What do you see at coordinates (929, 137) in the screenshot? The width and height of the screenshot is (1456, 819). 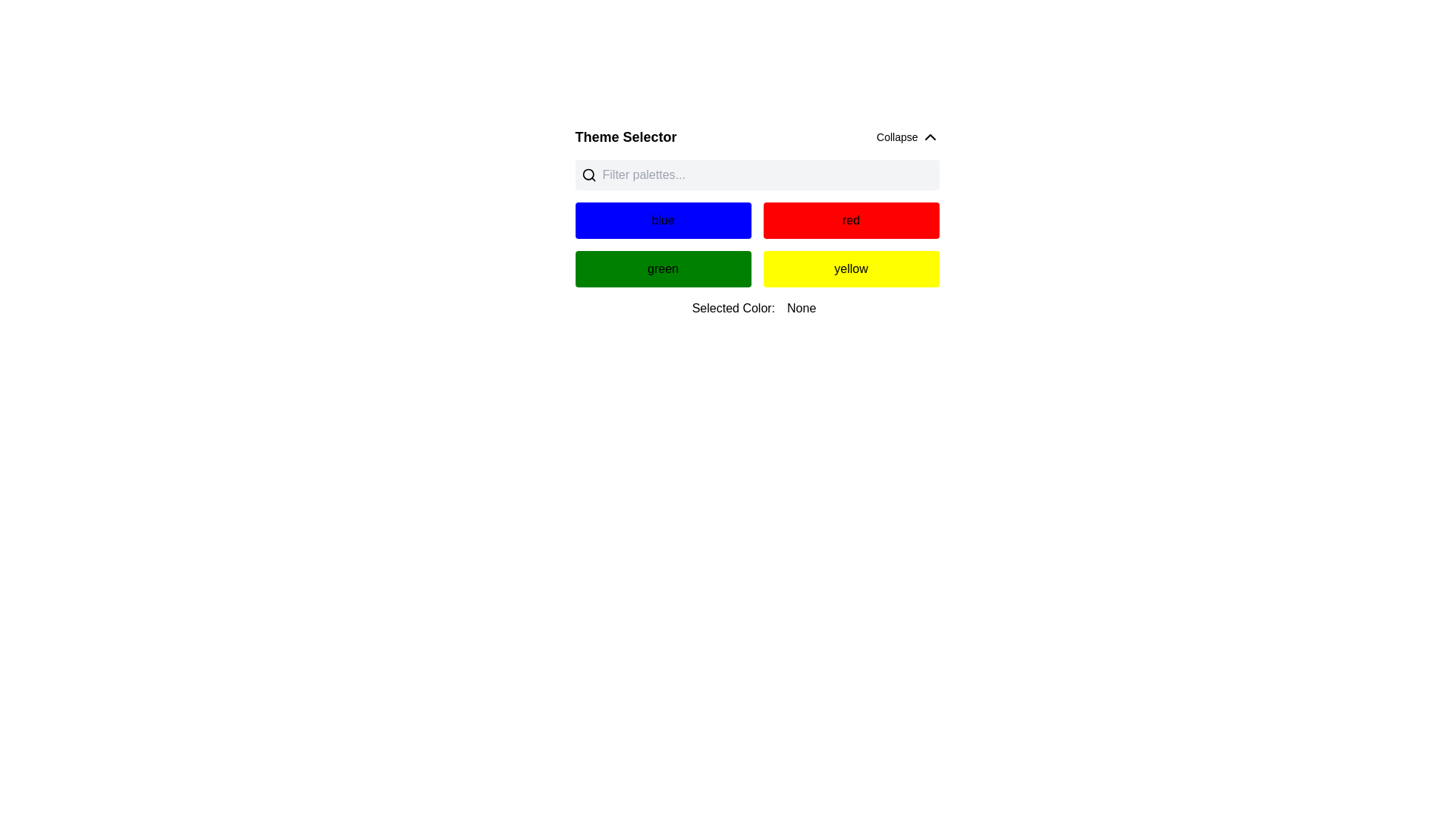 I see `the small chevron-shaped icon pointing upwards, located directly to the right of the text 'Collapse' in the header area` at bounding box center [929, 137].